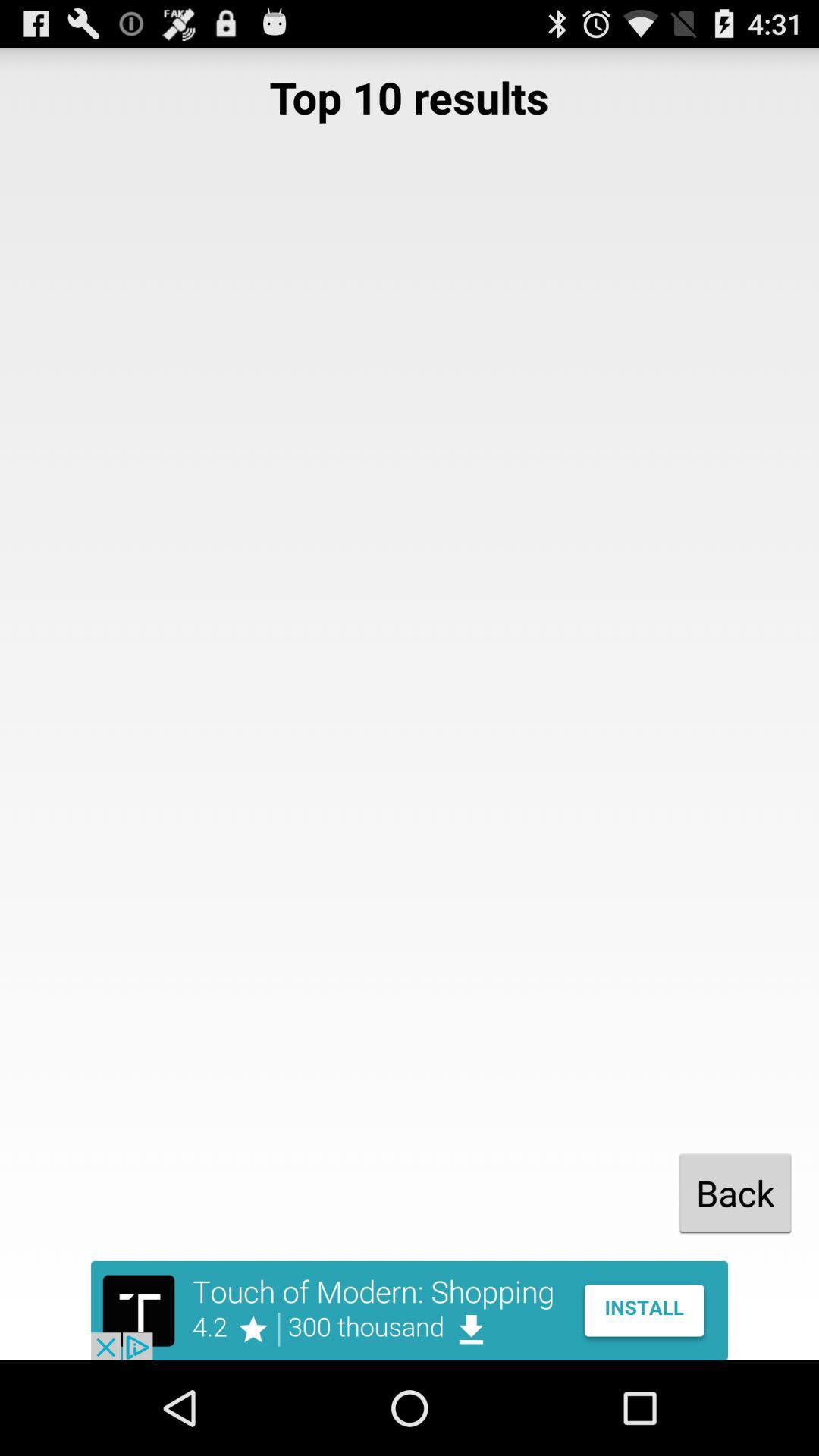 The image size is (819, 1456). What do you see at coordinates (409, 1310) in the screenshot?
I see `advertisement banner` at bounding box center [409, 1310].